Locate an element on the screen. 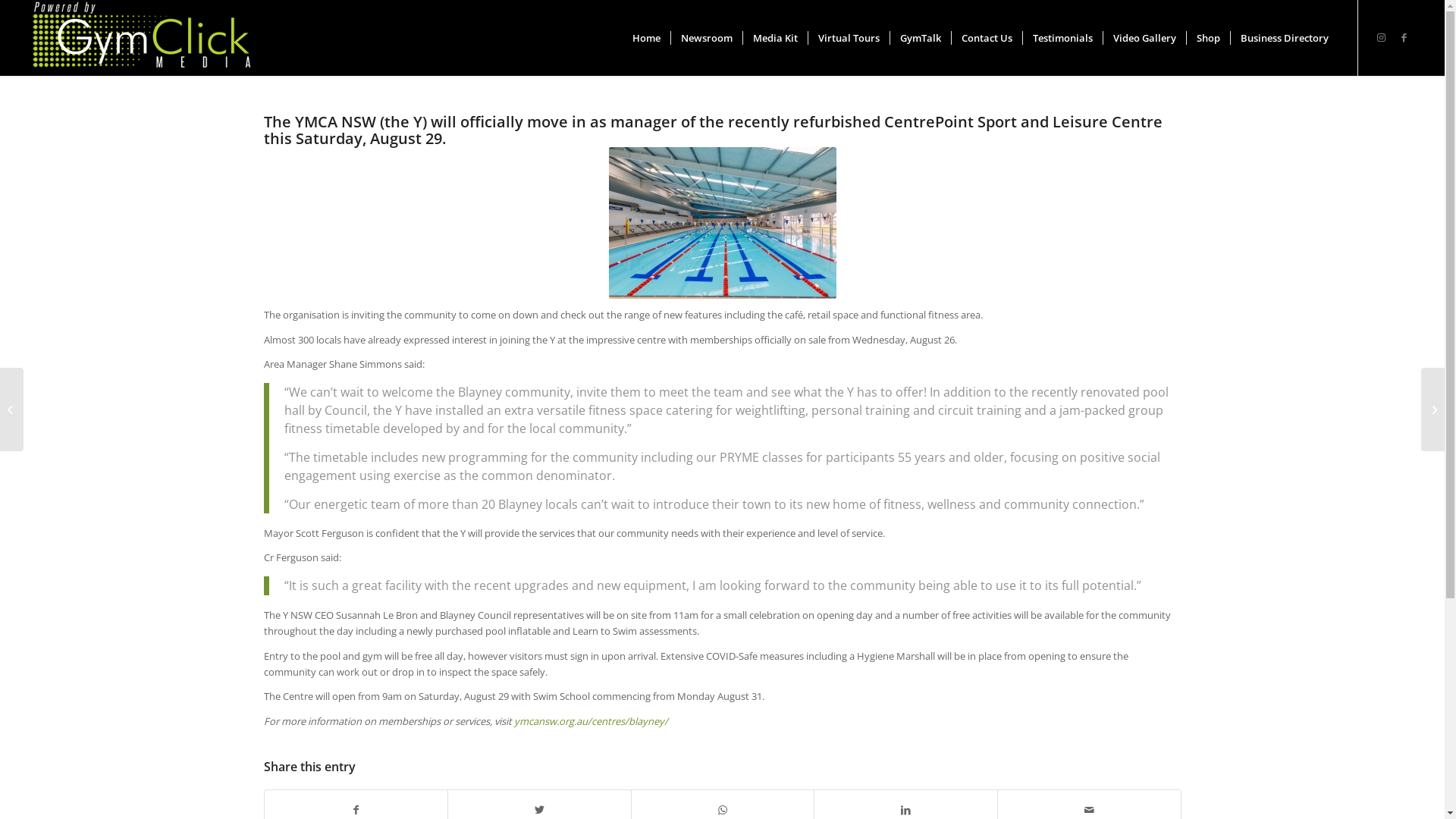 The image size is (1456, 819). 'Media Kit' is located at coordinates (775, 37).